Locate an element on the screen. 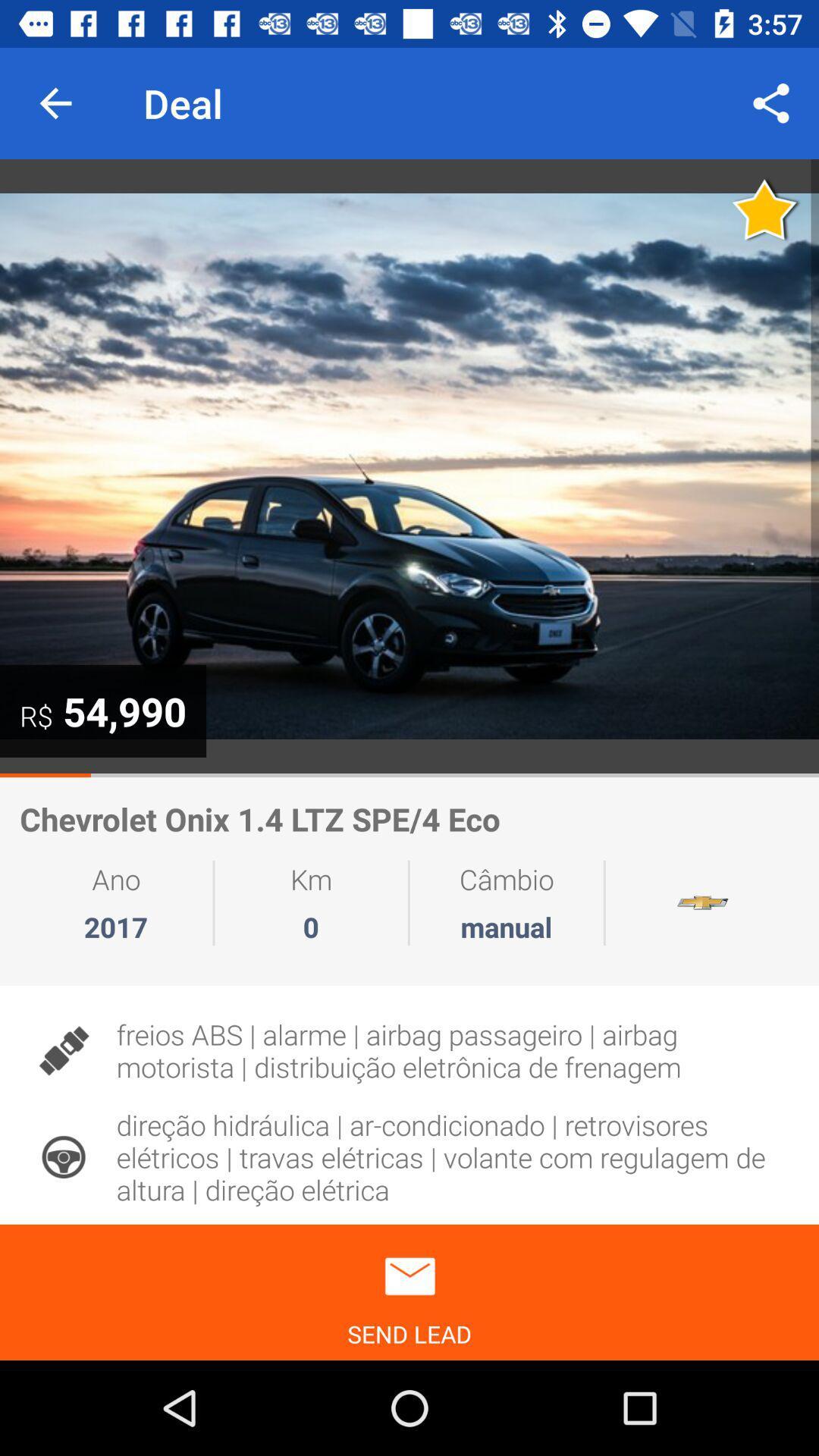 This screenshot has width=819, height=1456. add/remove to/from favorites is located at coordinates (765, 209).